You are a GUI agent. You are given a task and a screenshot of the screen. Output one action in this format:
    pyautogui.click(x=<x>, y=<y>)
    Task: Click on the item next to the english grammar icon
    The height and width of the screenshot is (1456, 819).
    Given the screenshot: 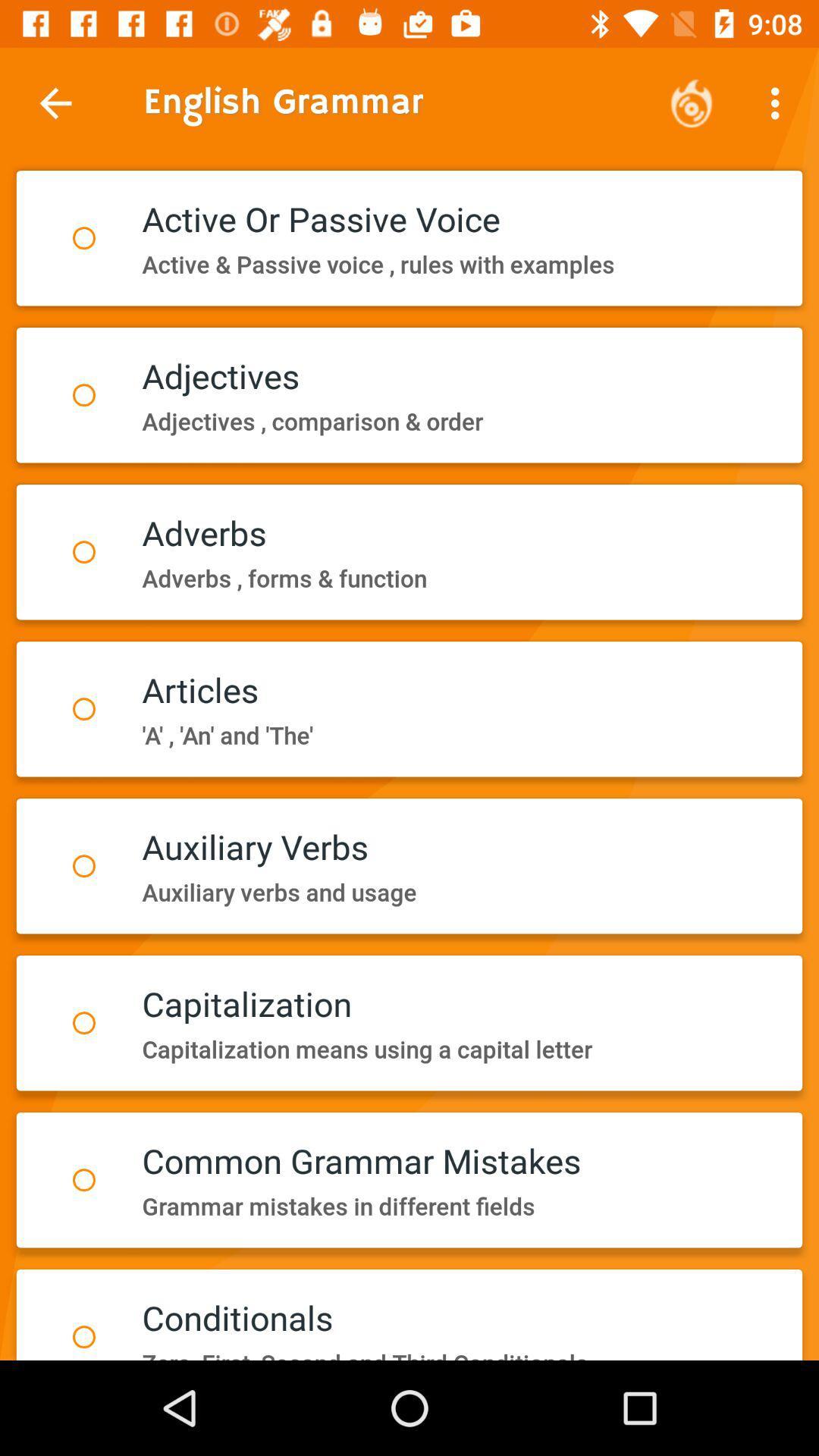 What is the action you would take?
    pyautogui.click(x=55, y=102)
    